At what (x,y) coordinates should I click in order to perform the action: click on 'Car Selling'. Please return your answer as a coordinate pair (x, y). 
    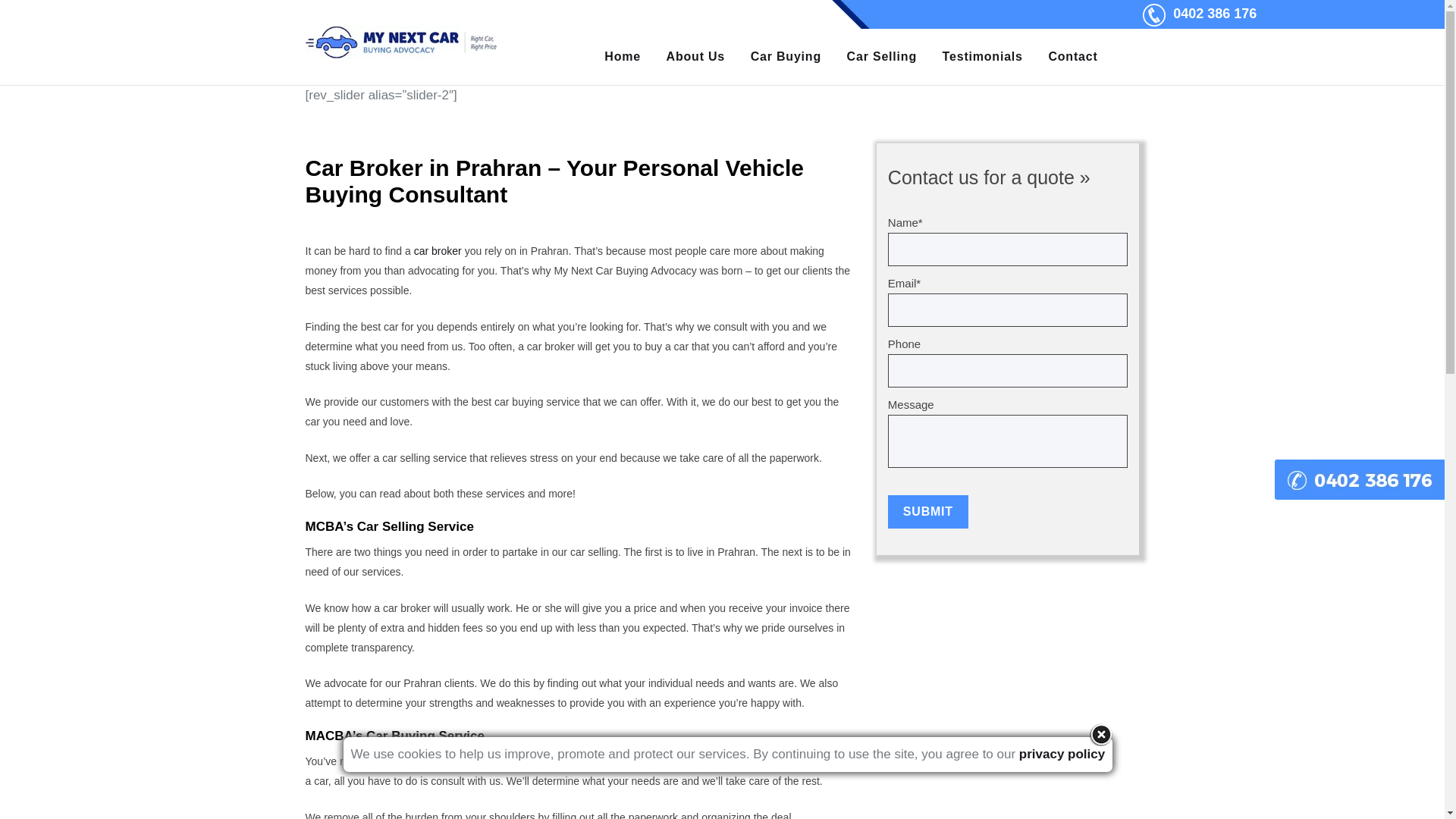
    Looking at the image, I should click on (881, 55).